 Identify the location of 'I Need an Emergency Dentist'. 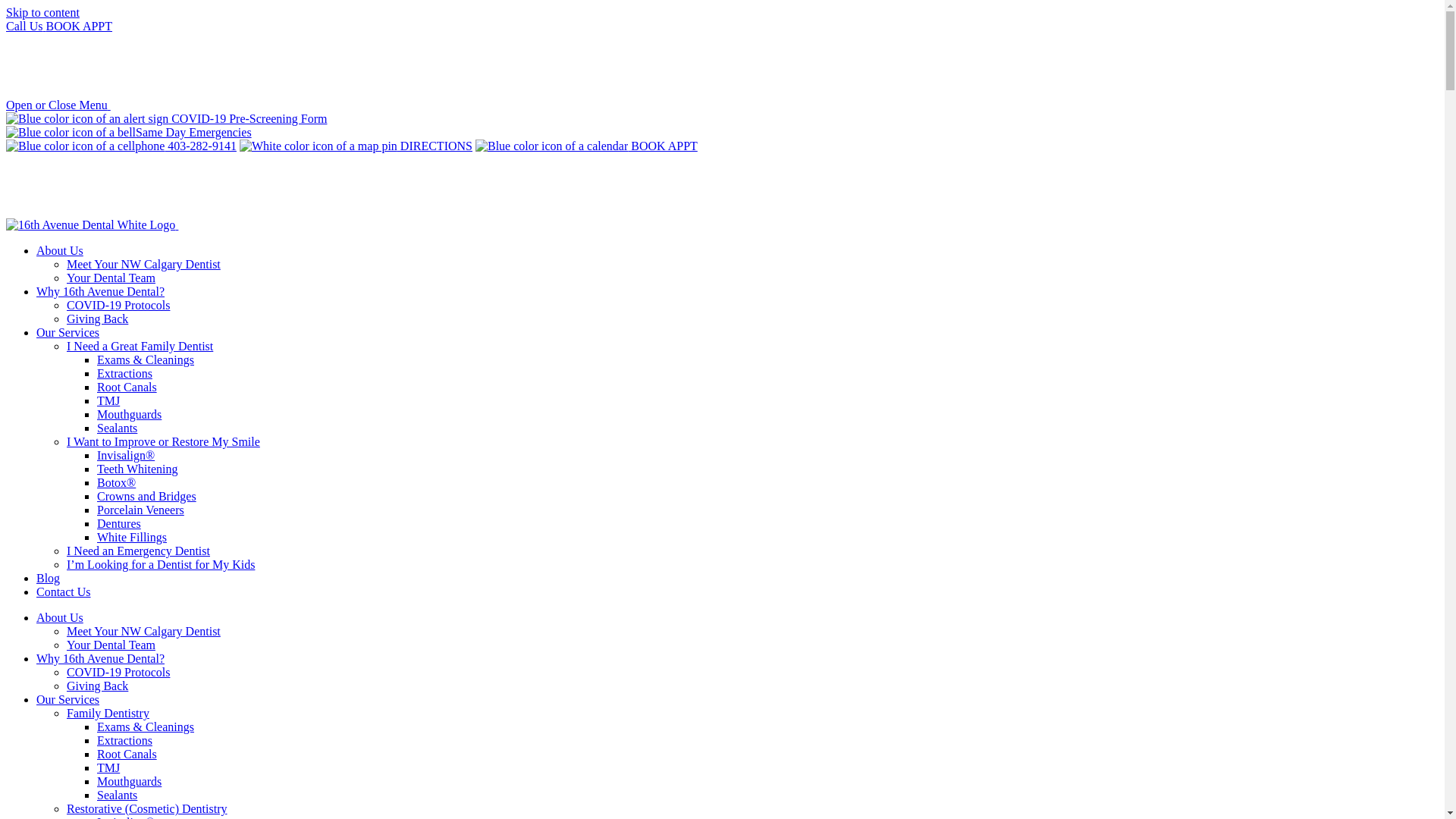
(138, 551).